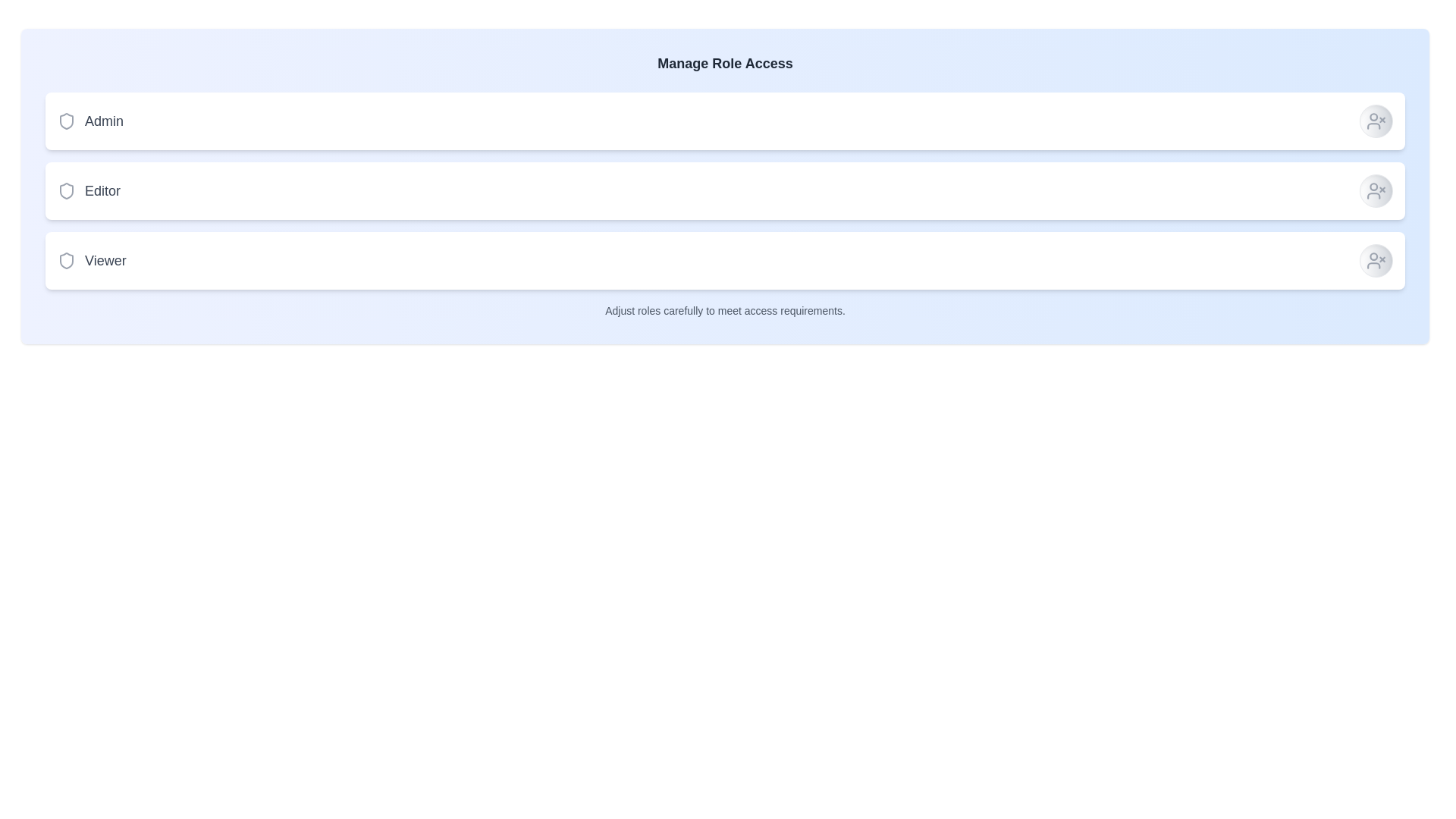 The image size is (1456, 819). What do you see at coordinates (1373, 116) in the screenshot?
I see `the visual indicator represented by the circular icon located in the rightmost section of the top row of components` at bounding box center [1373, 116].